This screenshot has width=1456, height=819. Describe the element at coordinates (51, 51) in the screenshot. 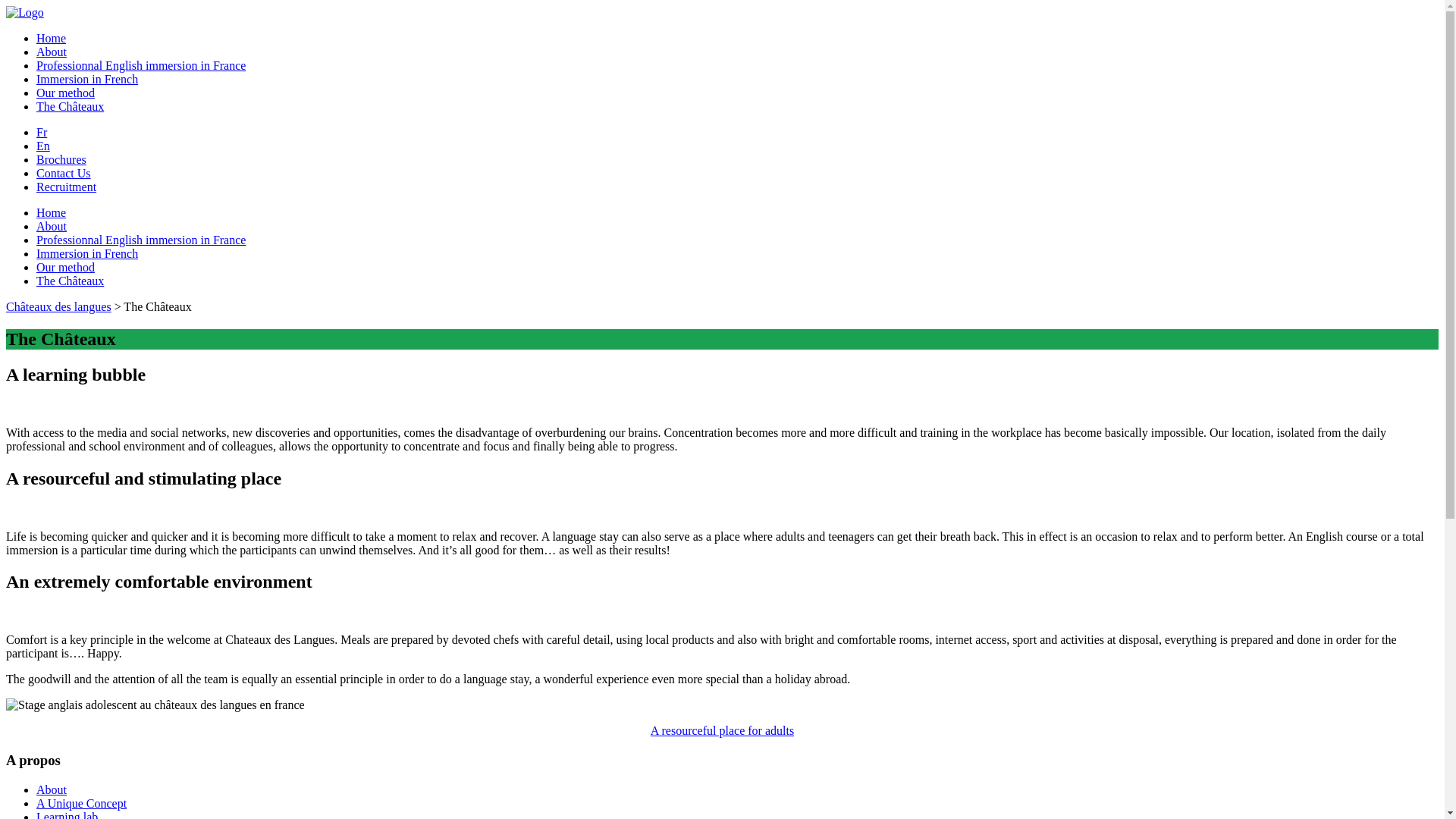

I see `'About'` at that location.